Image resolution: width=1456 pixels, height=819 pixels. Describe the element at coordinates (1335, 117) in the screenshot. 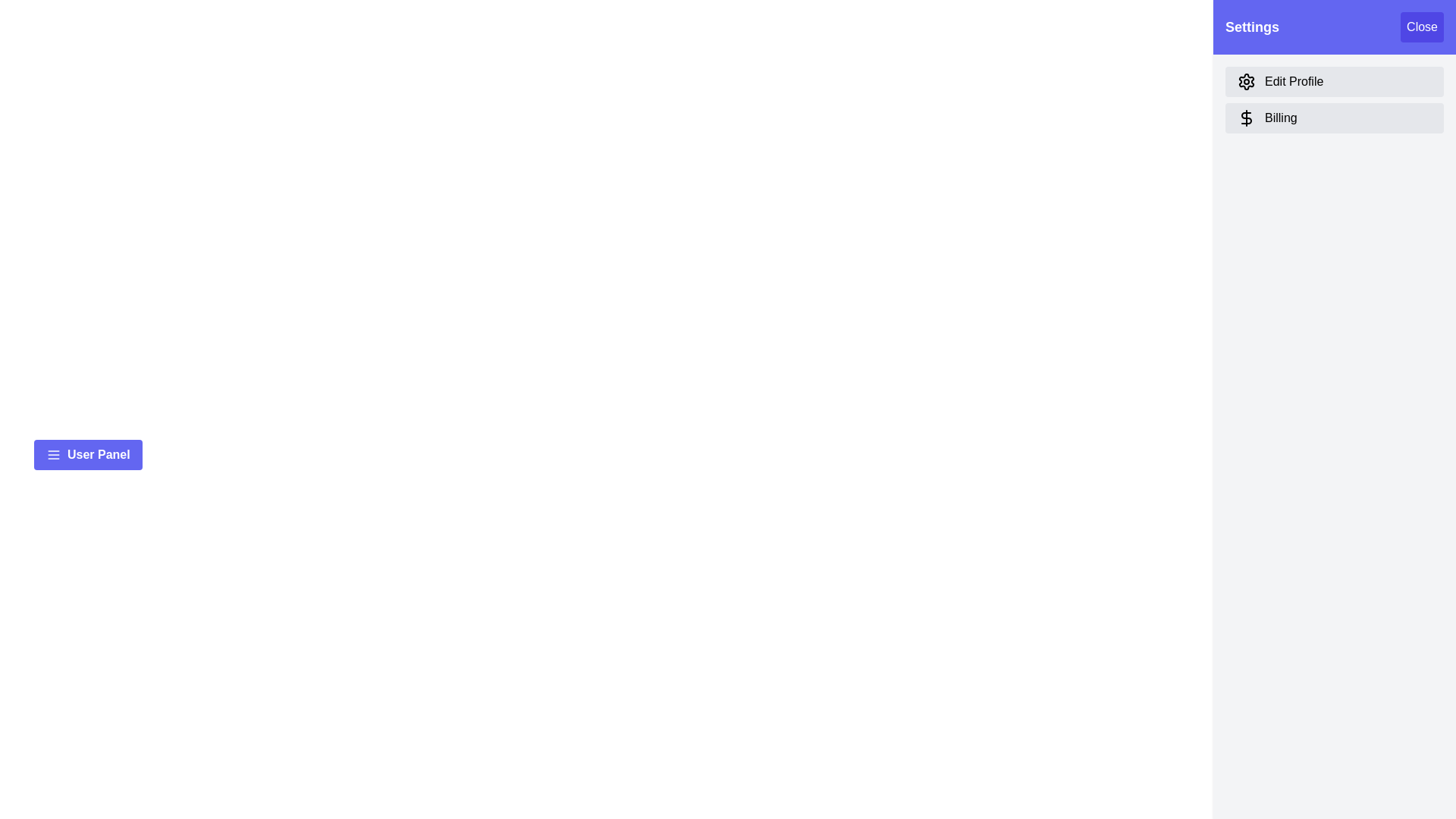

I see `the 'Billing' button` at that location.